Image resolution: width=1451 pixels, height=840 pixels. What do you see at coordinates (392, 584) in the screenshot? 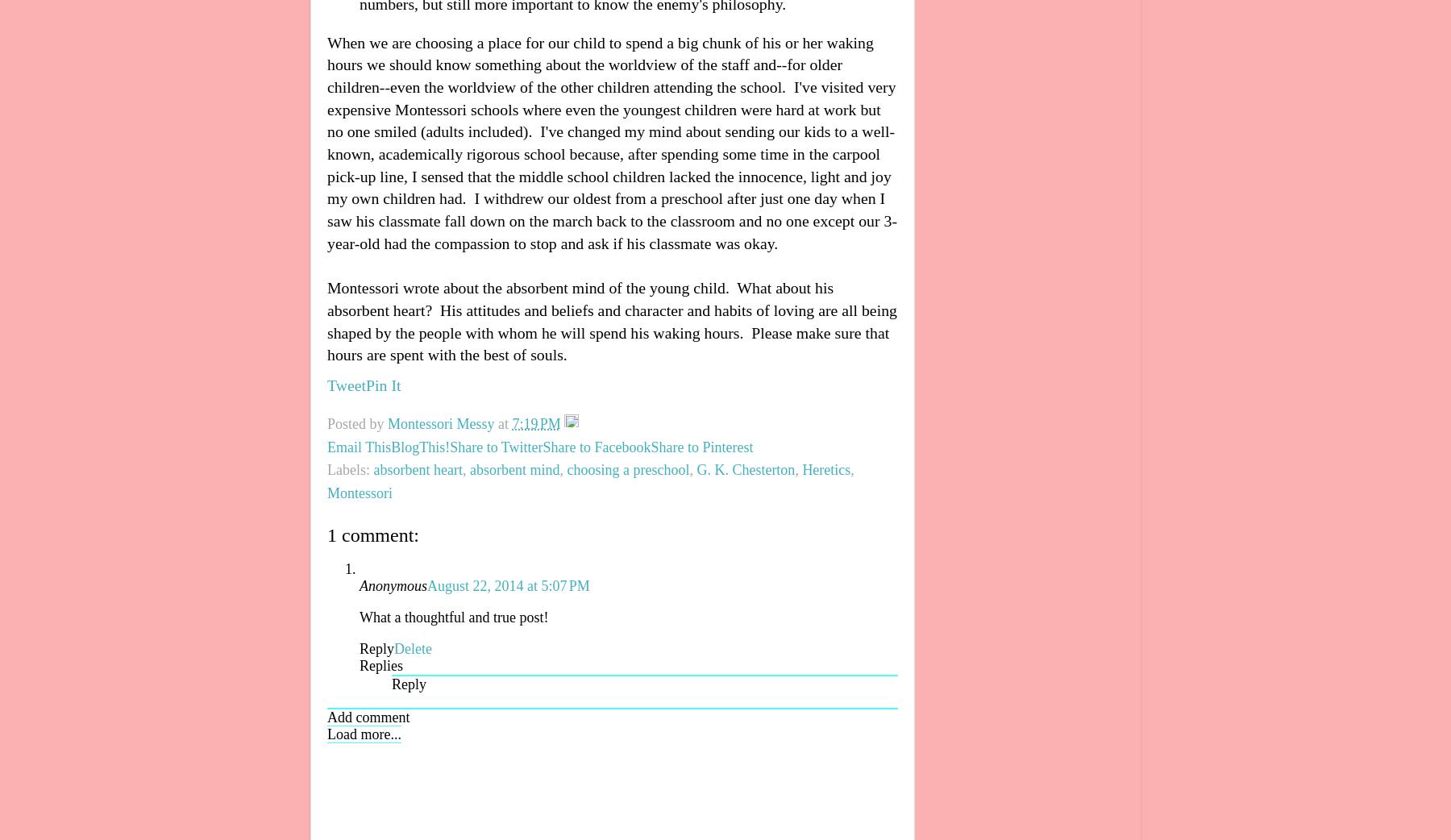
I see `'Anonymous'` at bounding box center [392, 584].